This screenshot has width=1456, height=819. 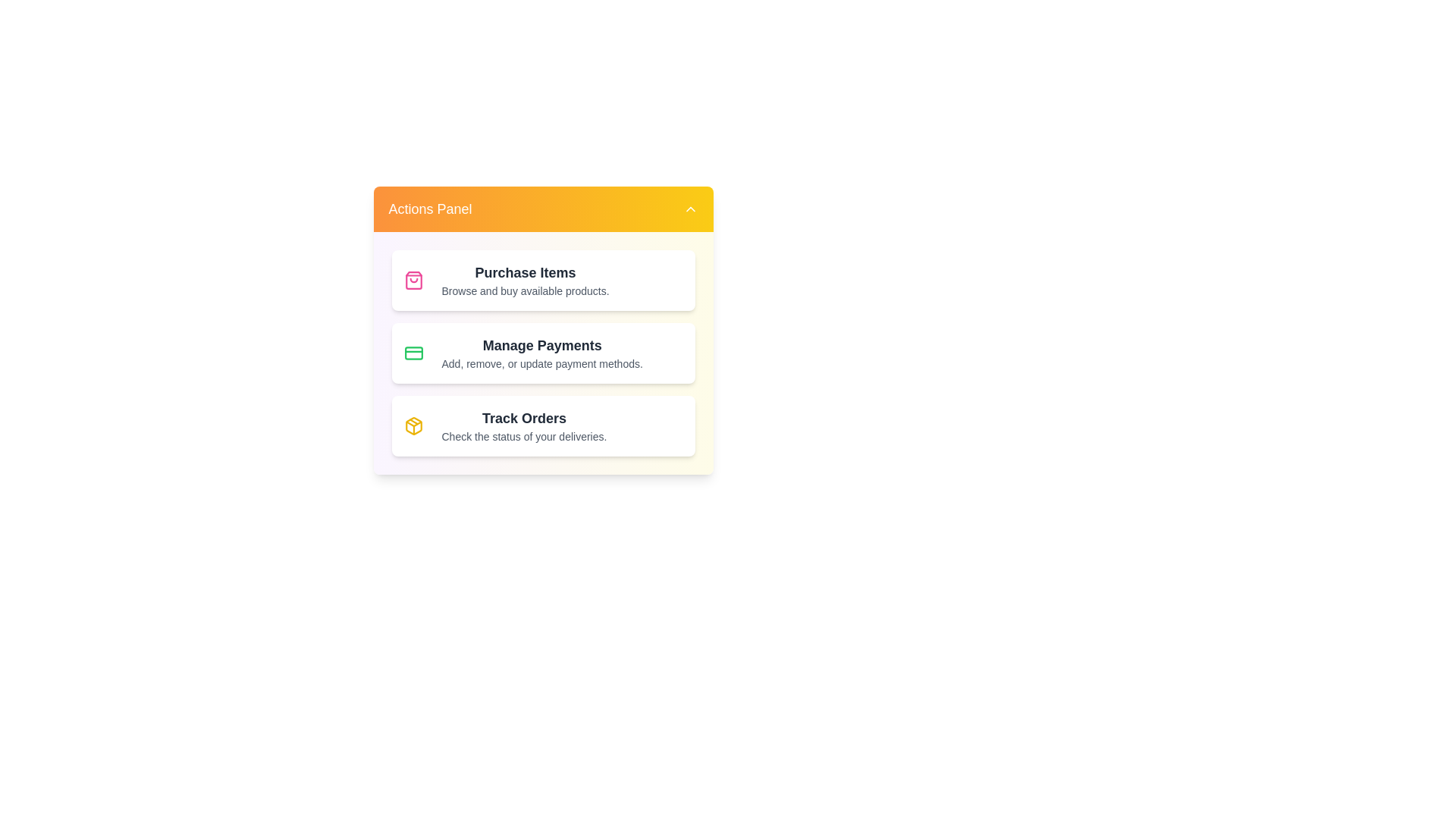 What do you see at coordinates (543, 281) in the screenshot?
I see `the Purchase Items element to observe the hover effect` at bounding box center [543, 281].